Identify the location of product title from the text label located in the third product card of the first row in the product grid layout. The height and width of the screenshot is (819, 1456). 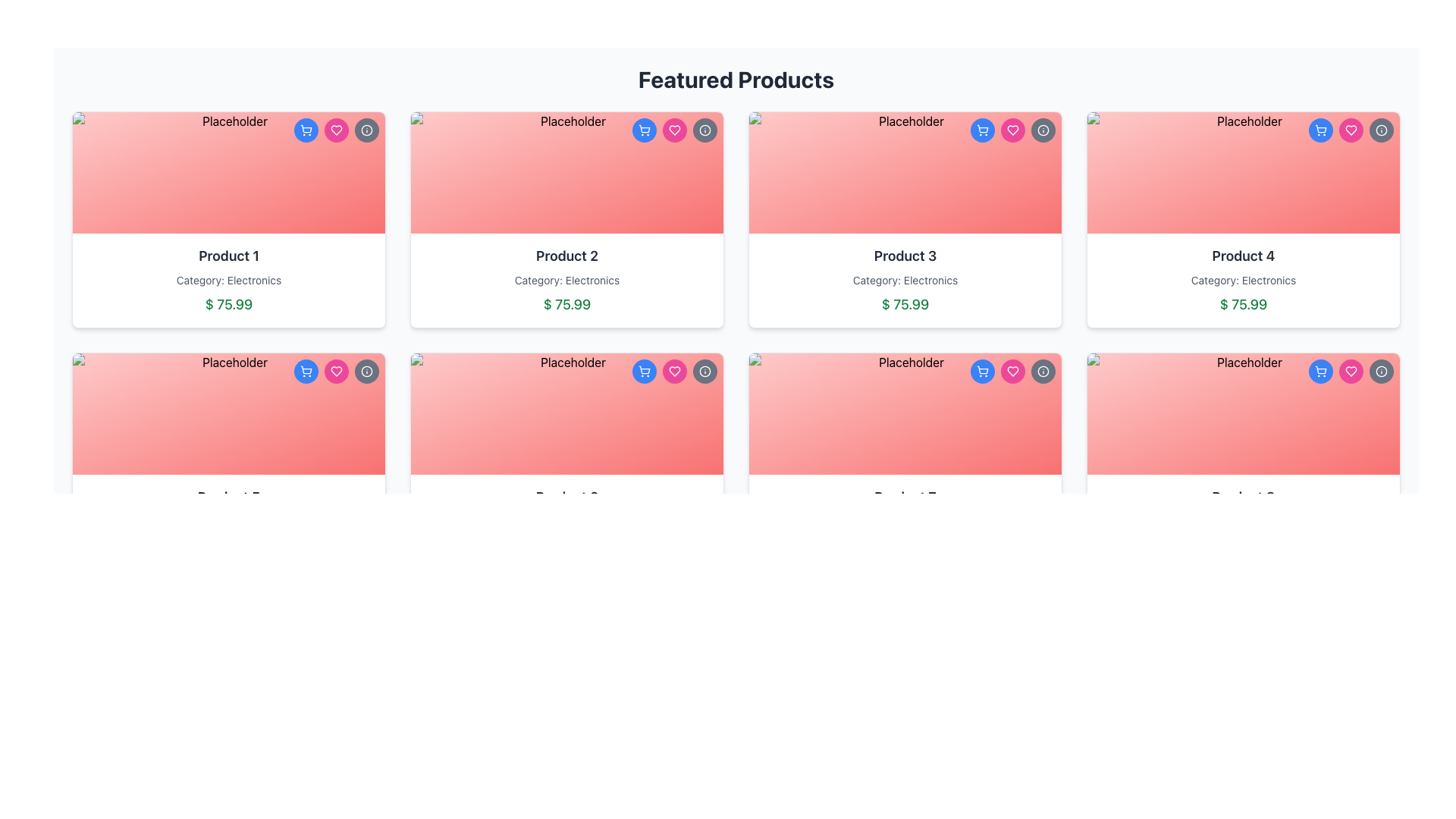
(905, 256).